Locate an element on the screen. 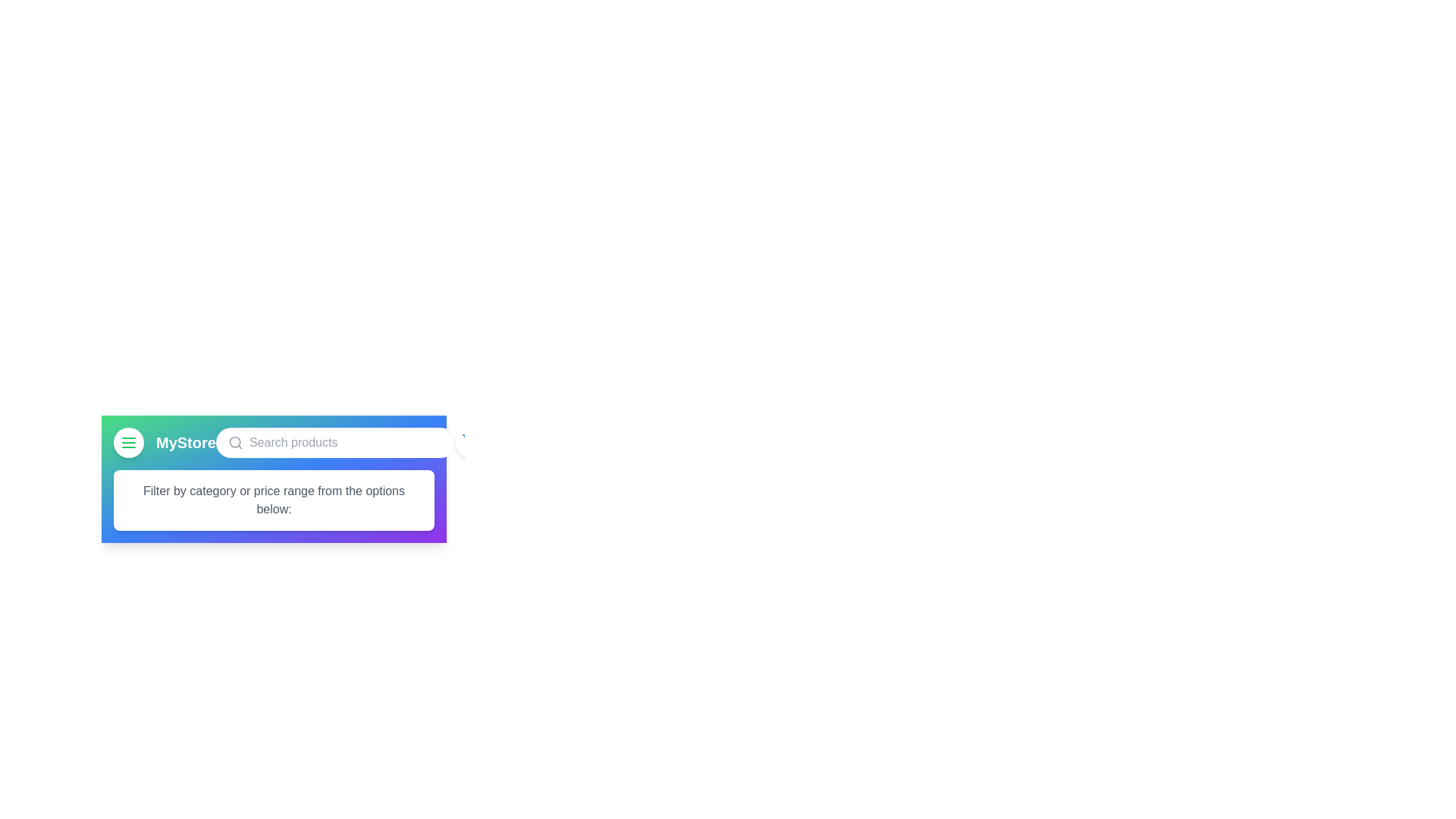 Image resolution: width=1456 pixels, height=819 pixels. the user icon to access account settings is located at coordinates (513, 442).